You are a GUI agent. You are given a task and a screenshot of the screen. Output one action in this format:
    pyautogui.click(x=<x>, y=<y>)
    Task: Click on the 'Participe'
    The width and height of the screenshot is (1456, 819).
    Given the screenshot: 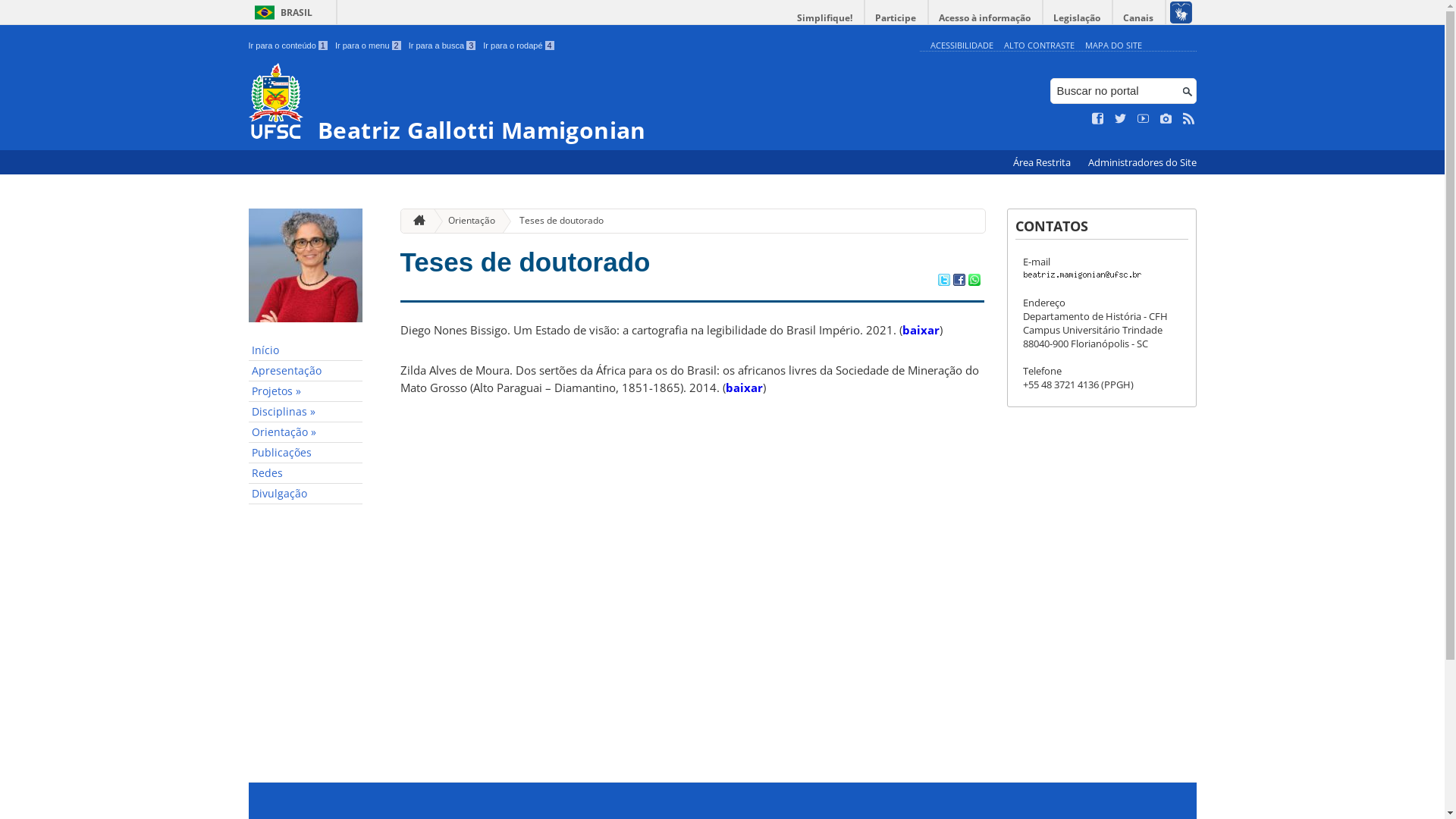 What is the action you would take?
    pyautogui.click(x=895, y=17)
    